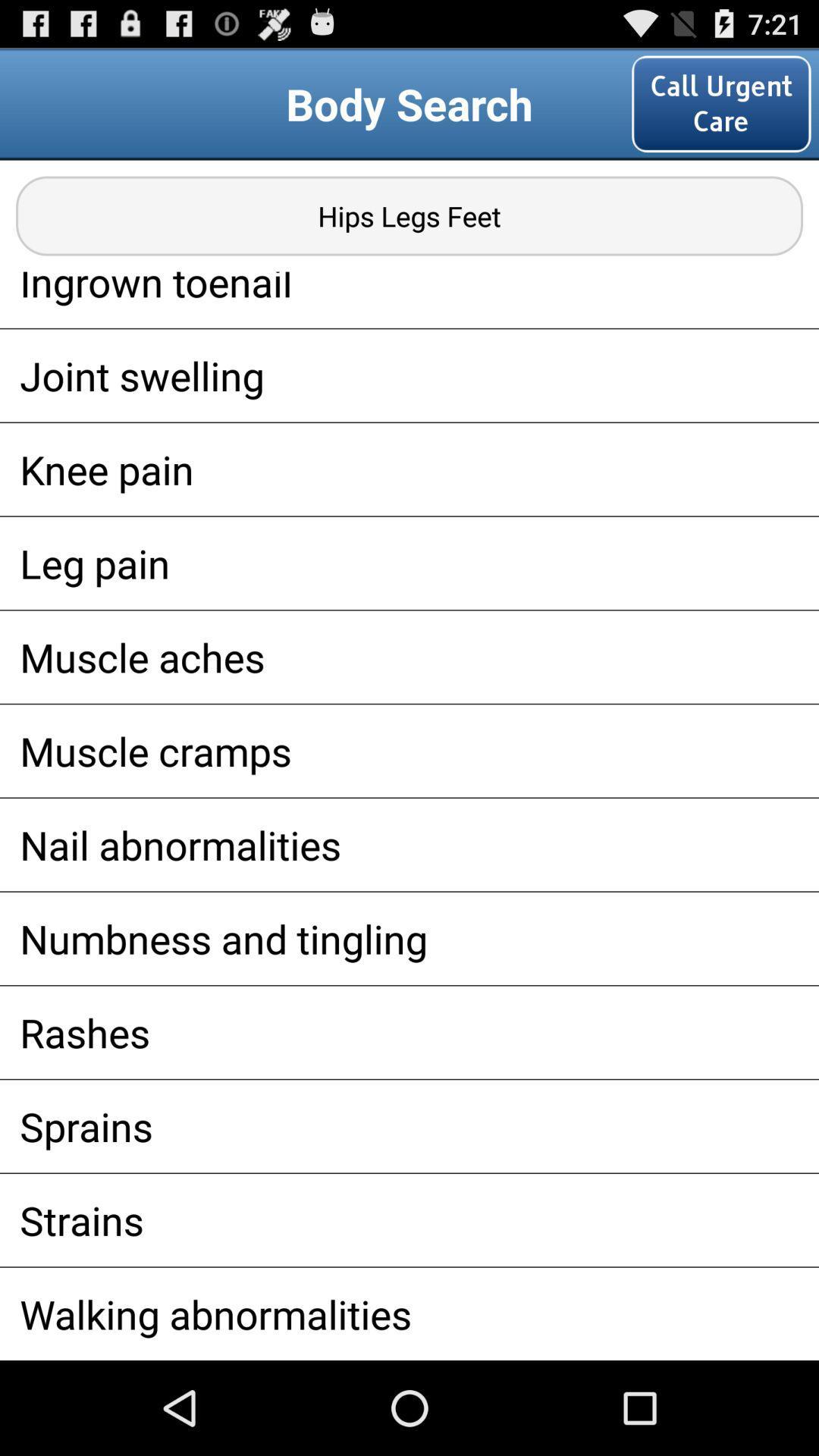 The width and height of the screenshot is (819, 1456). What do you see at coordinates (409, 1126) in the screenshot?
I see `sprains` at bounding box center [409, 1126].